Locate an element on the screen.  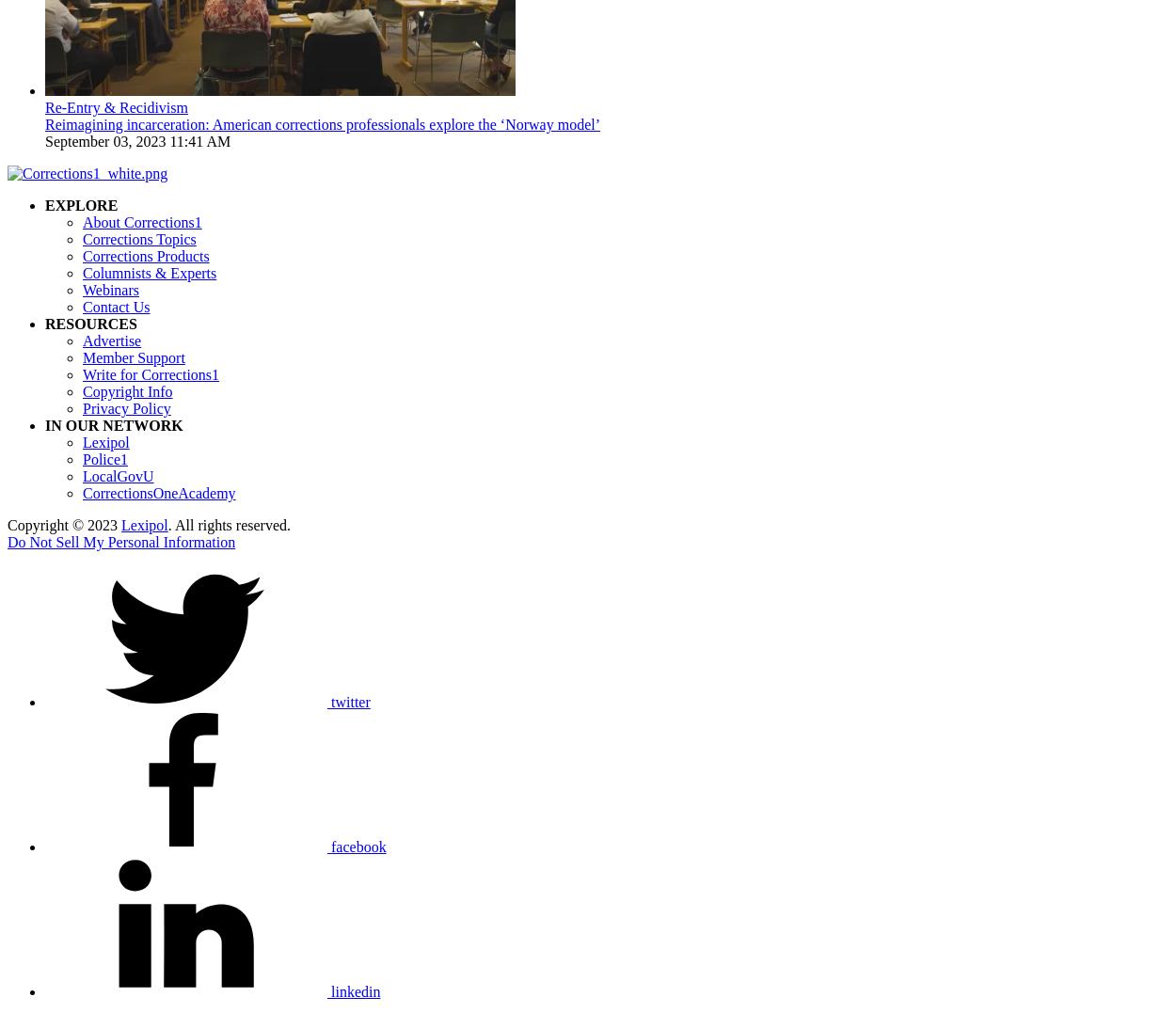
'Copyright © 2023' is located at coordinates (63, 525).